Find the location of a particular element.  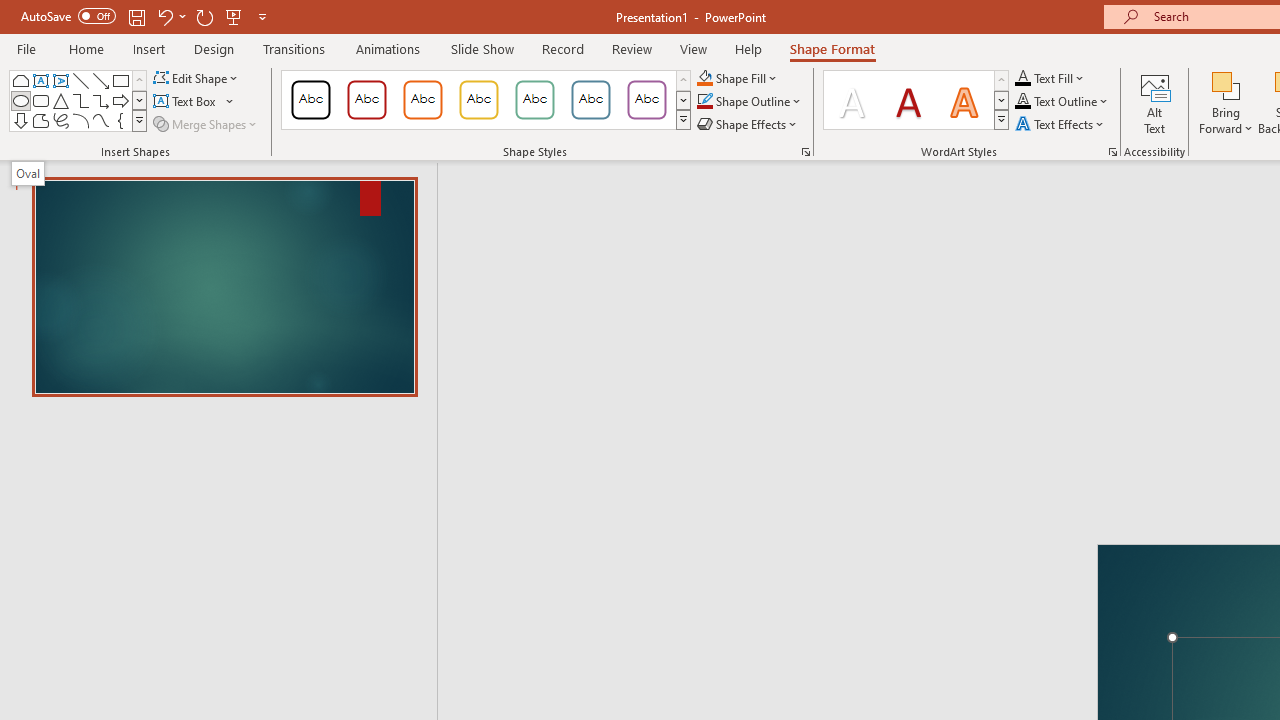

'Draw Horizontal Text Box' is located at coordinates (186, 101).